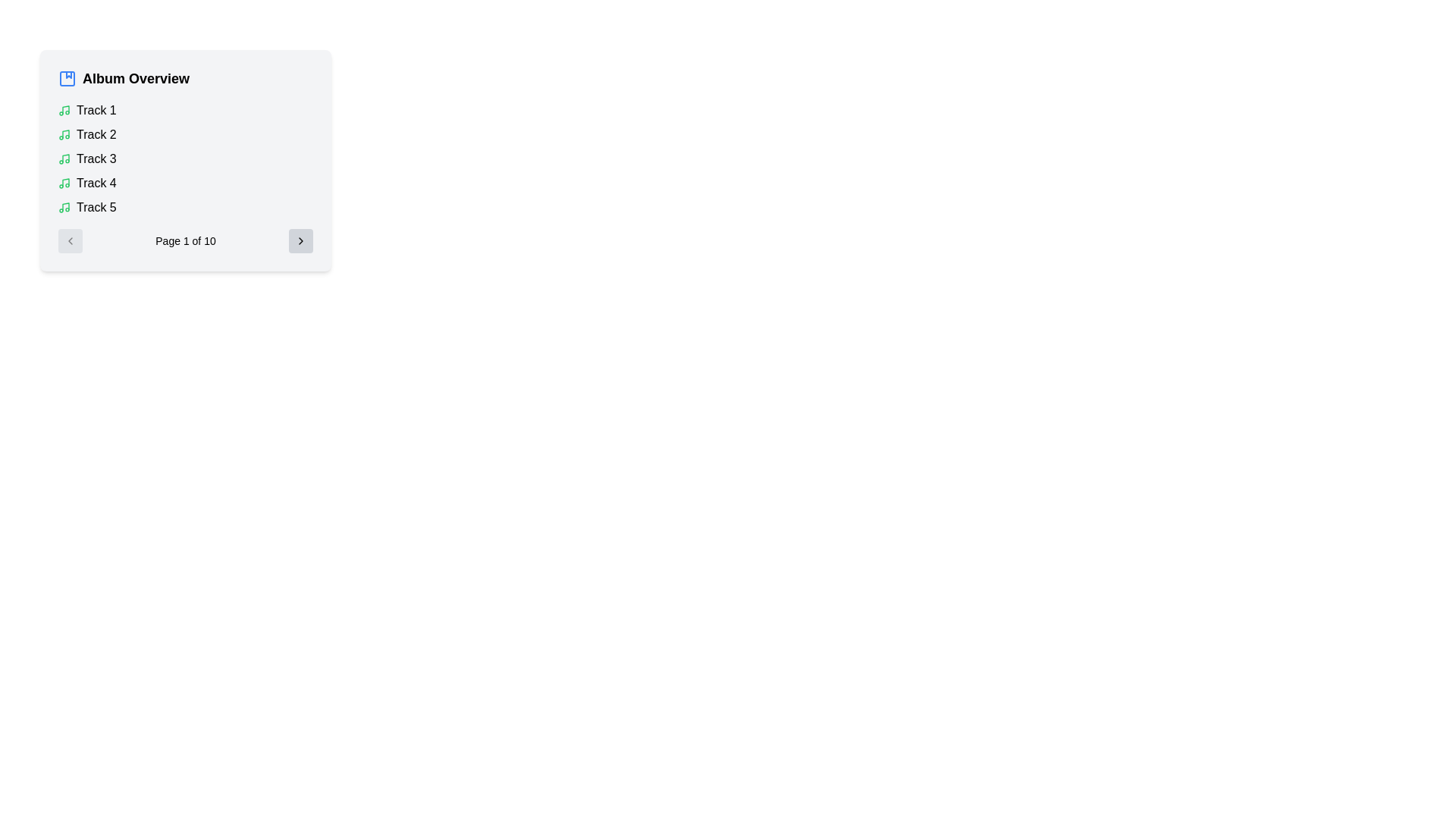 This screenshot has width=1456, height=819. I want to click on title text 'Album Overview' which is a bold title accompanied by a blue album icon, located at the top of a light gray rectangular card, so click(184, 79).